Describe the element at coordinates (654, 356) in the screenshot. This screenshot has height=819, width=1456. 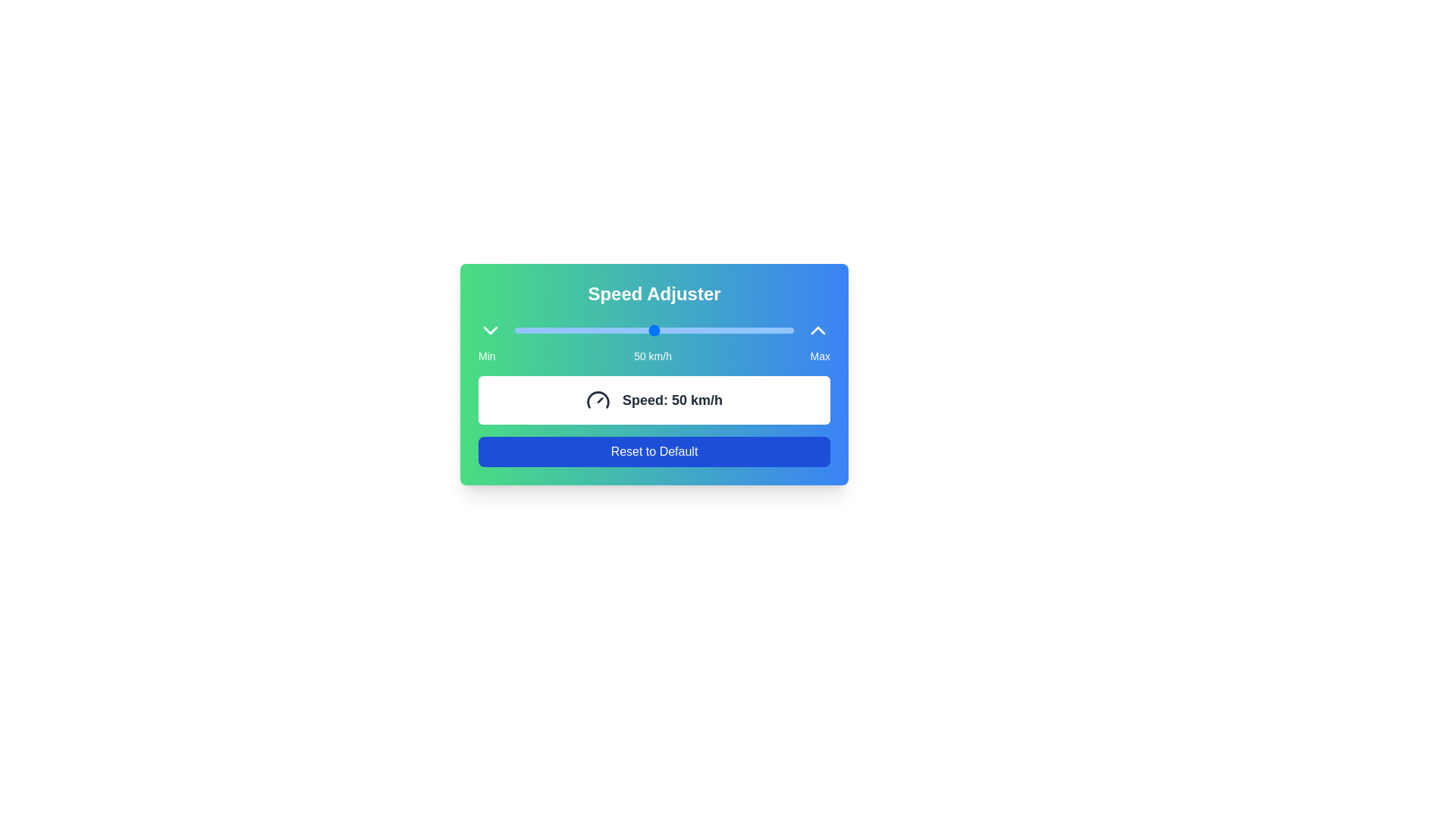
I see `the Textual Indicator displaying 'Min', '50 km/h', and 'Max' labels, which is positioned below the slider in the 'Speed Adjuster' component` at that location.